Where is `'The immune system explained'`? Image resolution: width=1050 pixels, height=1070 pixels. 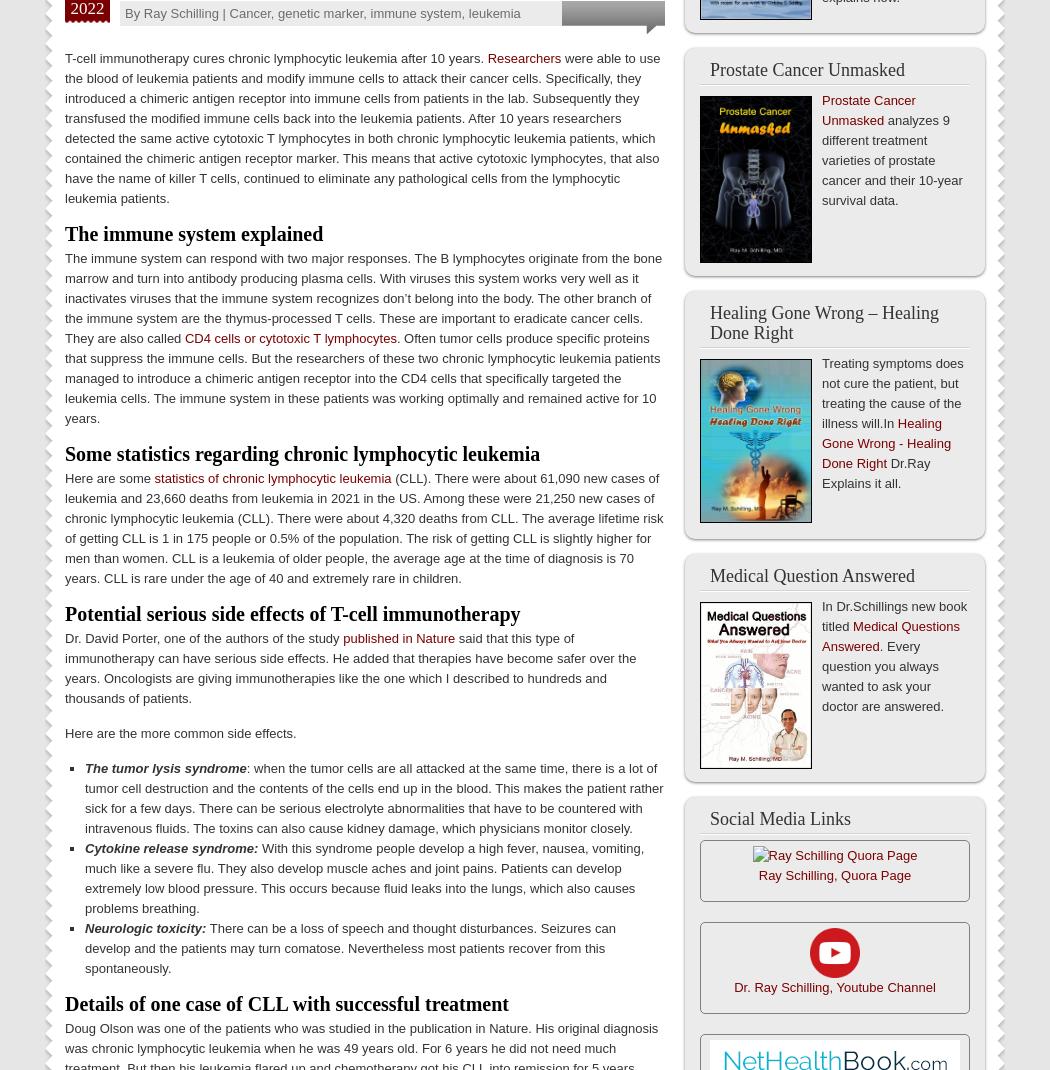 'The immune system explained' is located at coordinates (63, 232).